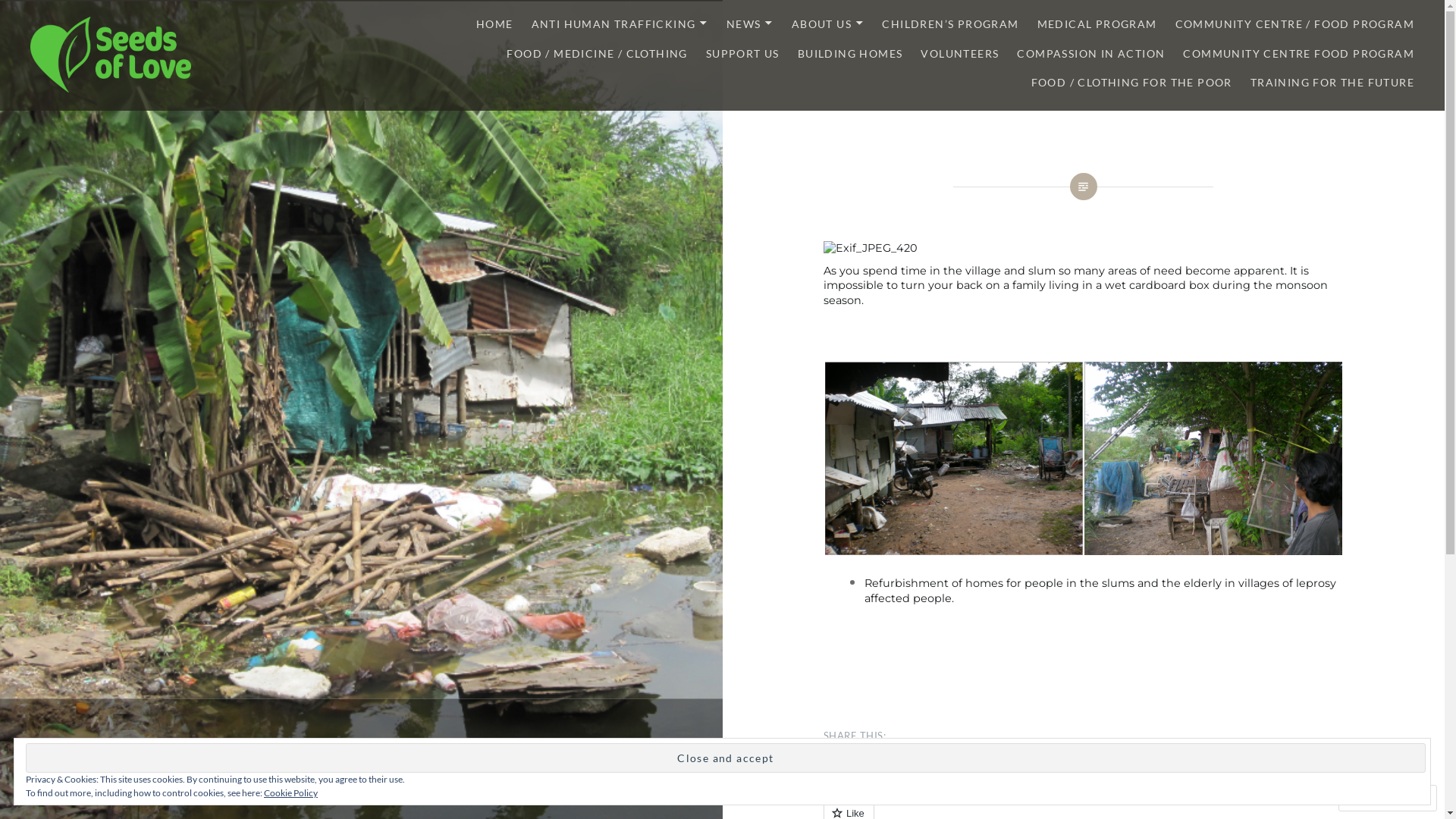 The height and width of the screenshot is (819, 1456). I want to click on 'NEWS', so click(749, 24).